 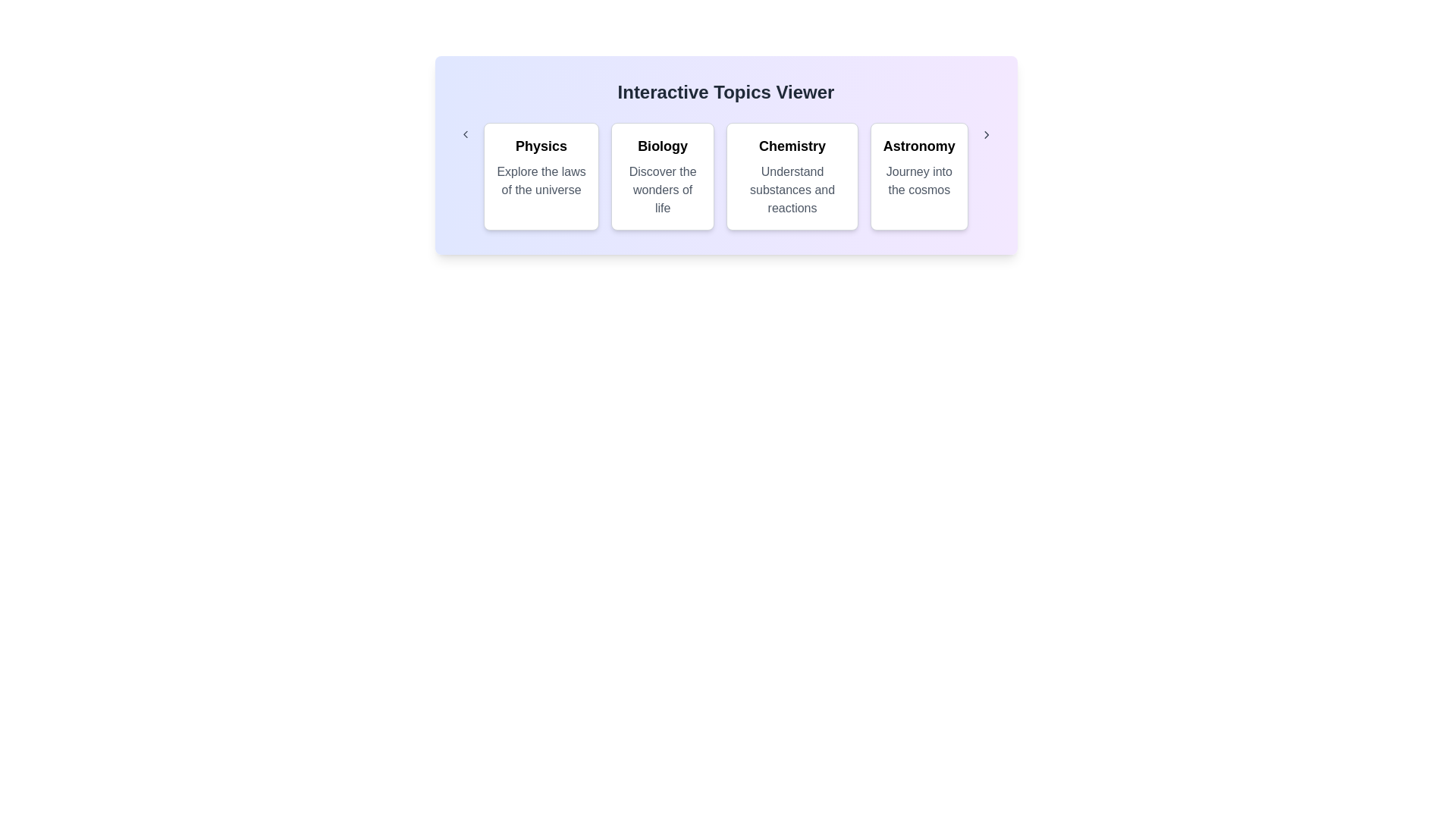 I want to click on the category Astronomy to observe the hover effect, so click(x=918, y=175).